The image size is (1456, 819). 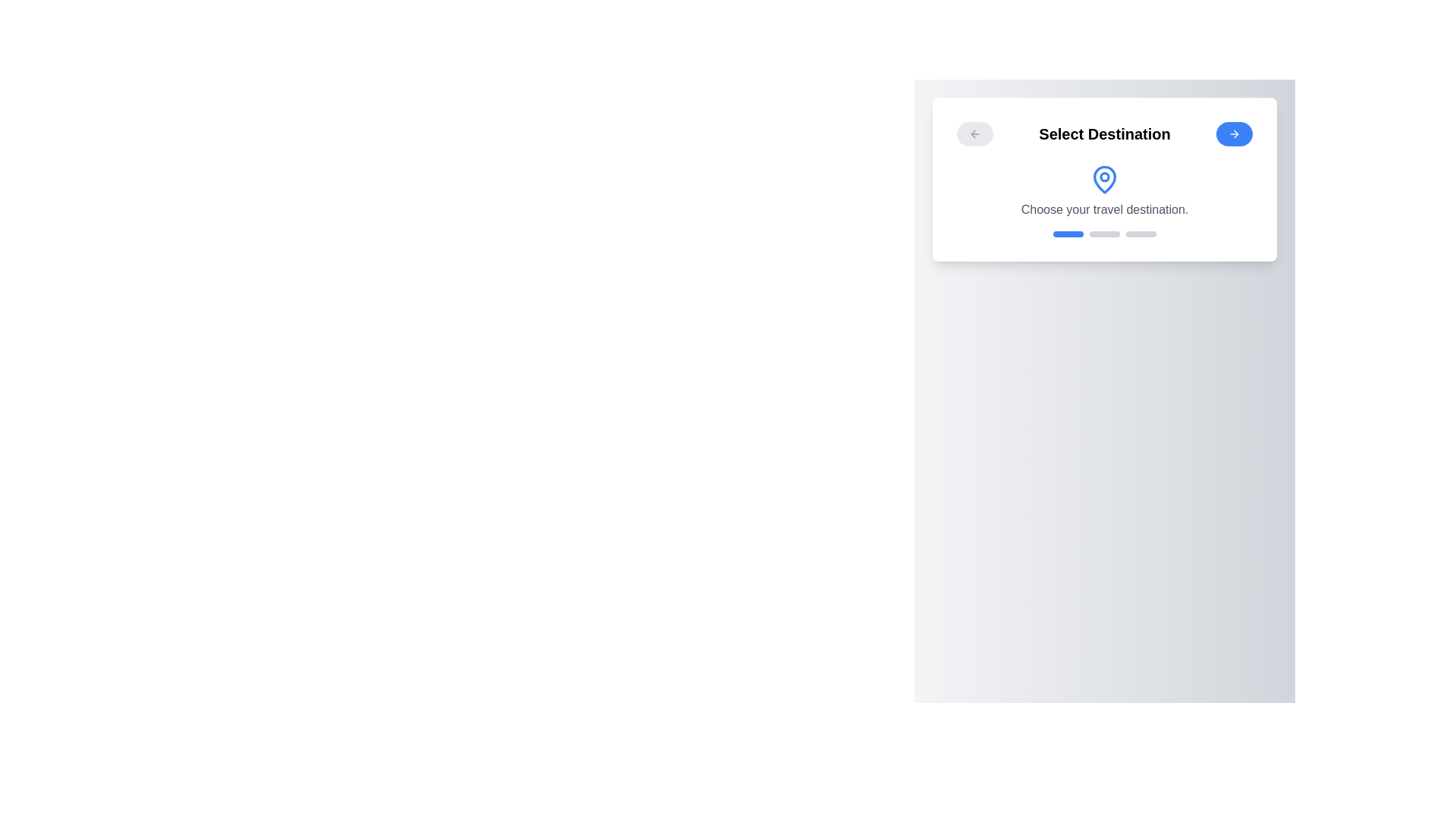 I want to click on text of the informational component located below the 'Select Destination' heading and above the horizontal progress indicator, so click(x=1105, y=191).